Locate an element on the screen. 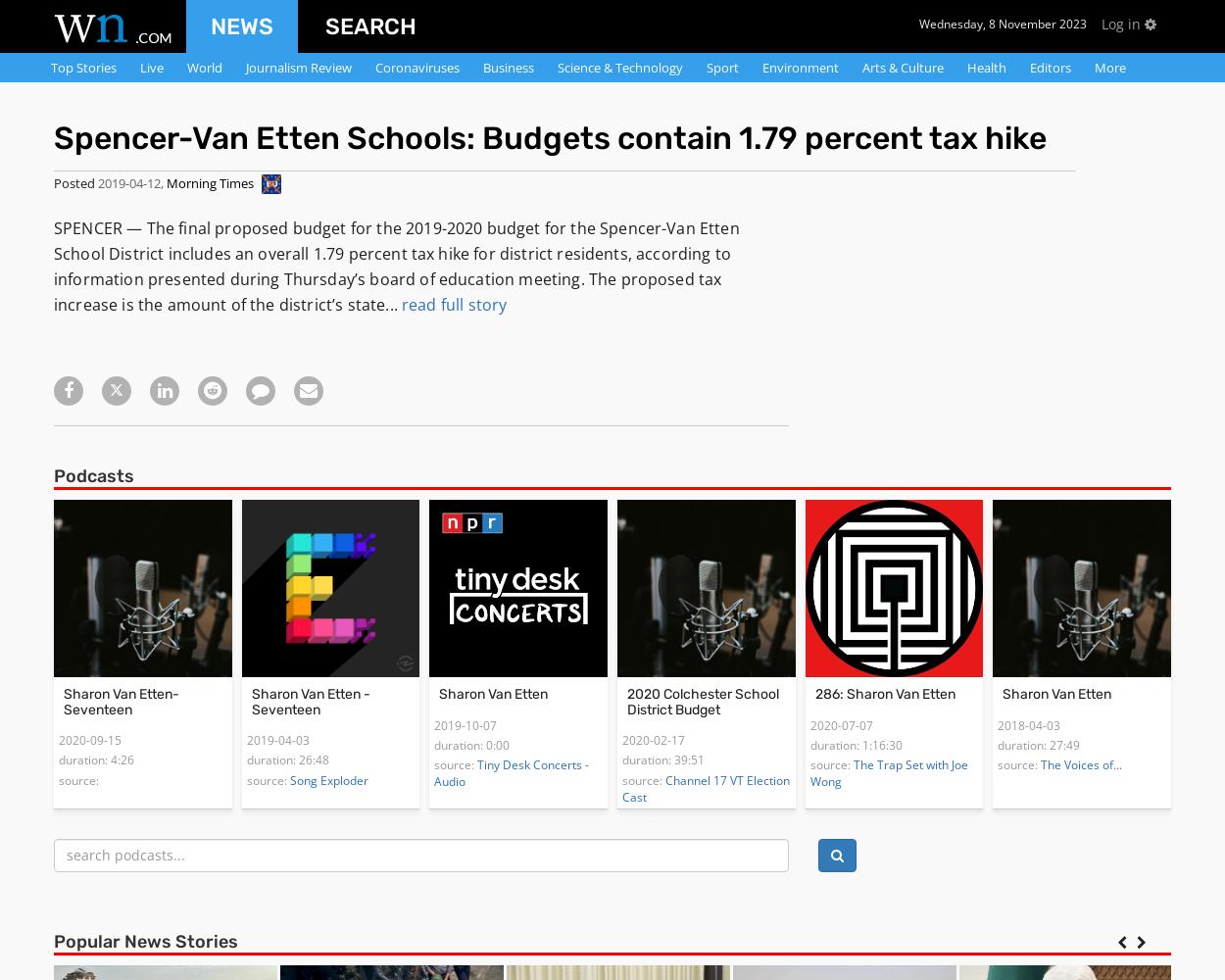 Image resolution: width=1225 pixels, height=980 pixels. 'duration: 1:16:30' is located at coordinates (855, 745).